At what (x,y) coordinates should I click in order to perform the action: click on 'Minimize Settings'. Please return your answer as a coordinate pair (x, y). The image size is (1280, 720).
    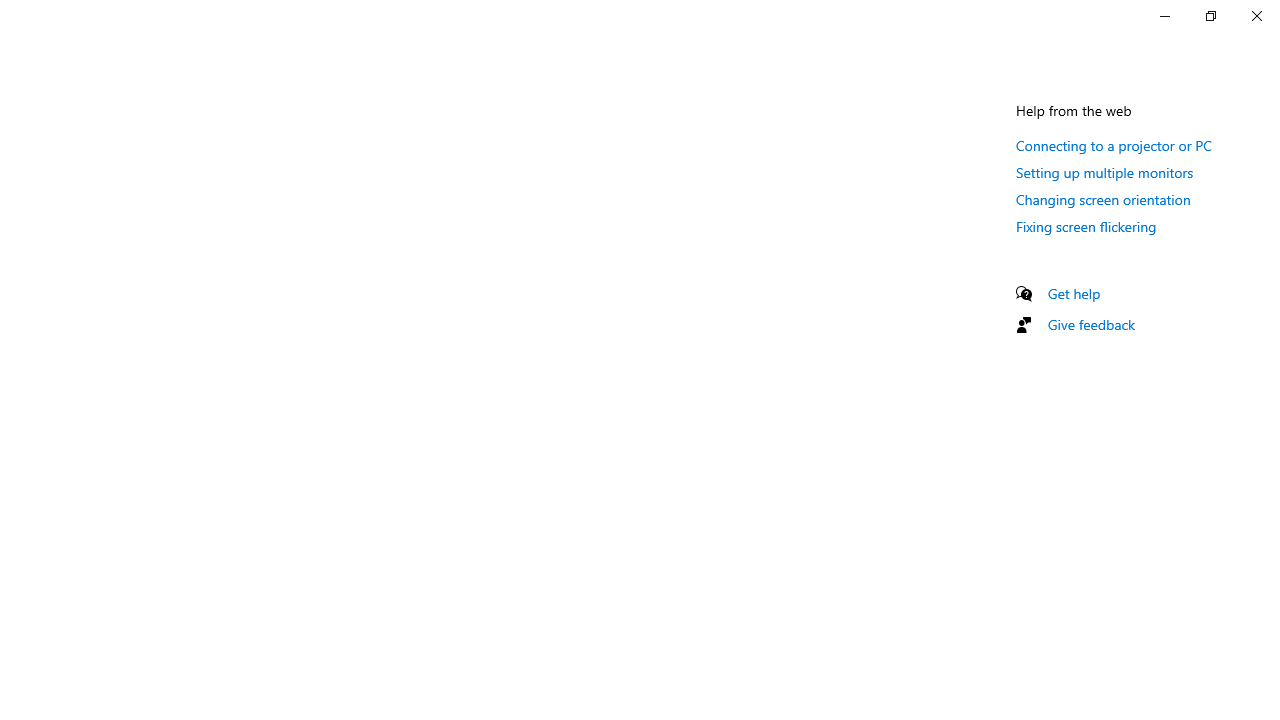
    Looking at the image, I should click on (1164, 15).